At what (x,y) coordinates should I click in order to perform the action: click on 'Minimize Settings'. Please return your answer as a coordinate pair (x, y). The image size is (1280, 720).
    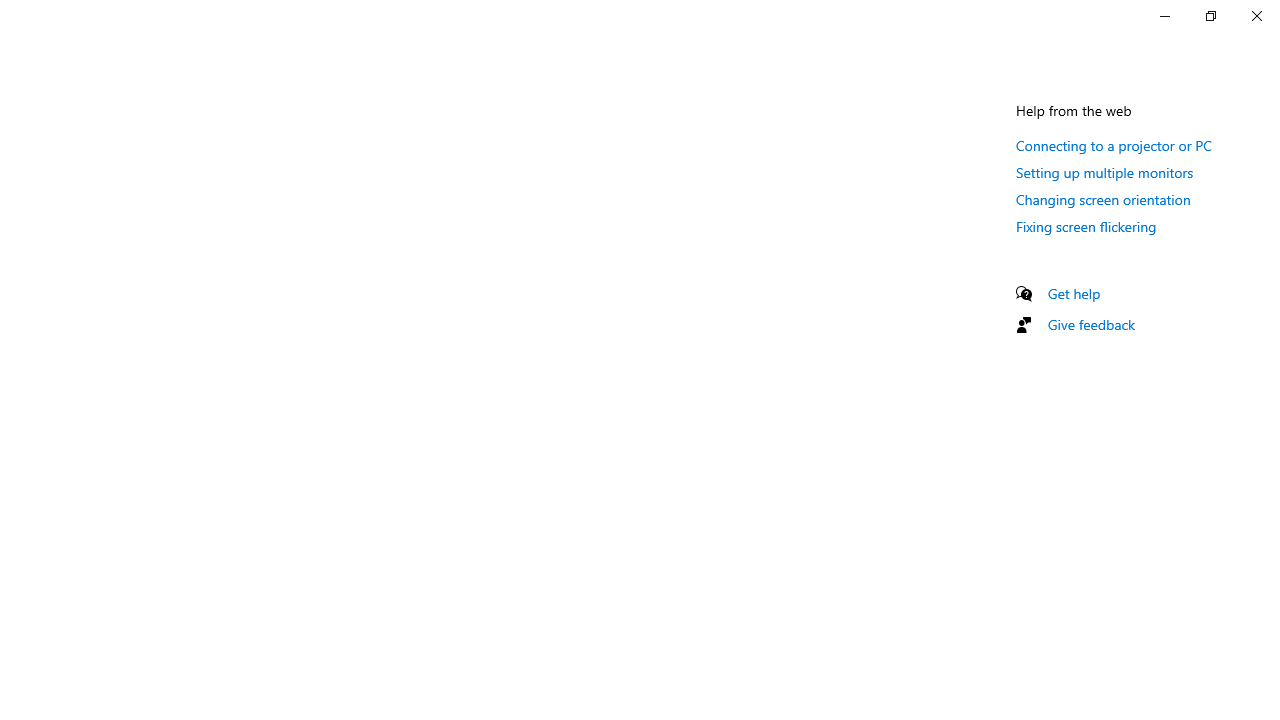
    Looking at the image, I should click on (1164, 15).